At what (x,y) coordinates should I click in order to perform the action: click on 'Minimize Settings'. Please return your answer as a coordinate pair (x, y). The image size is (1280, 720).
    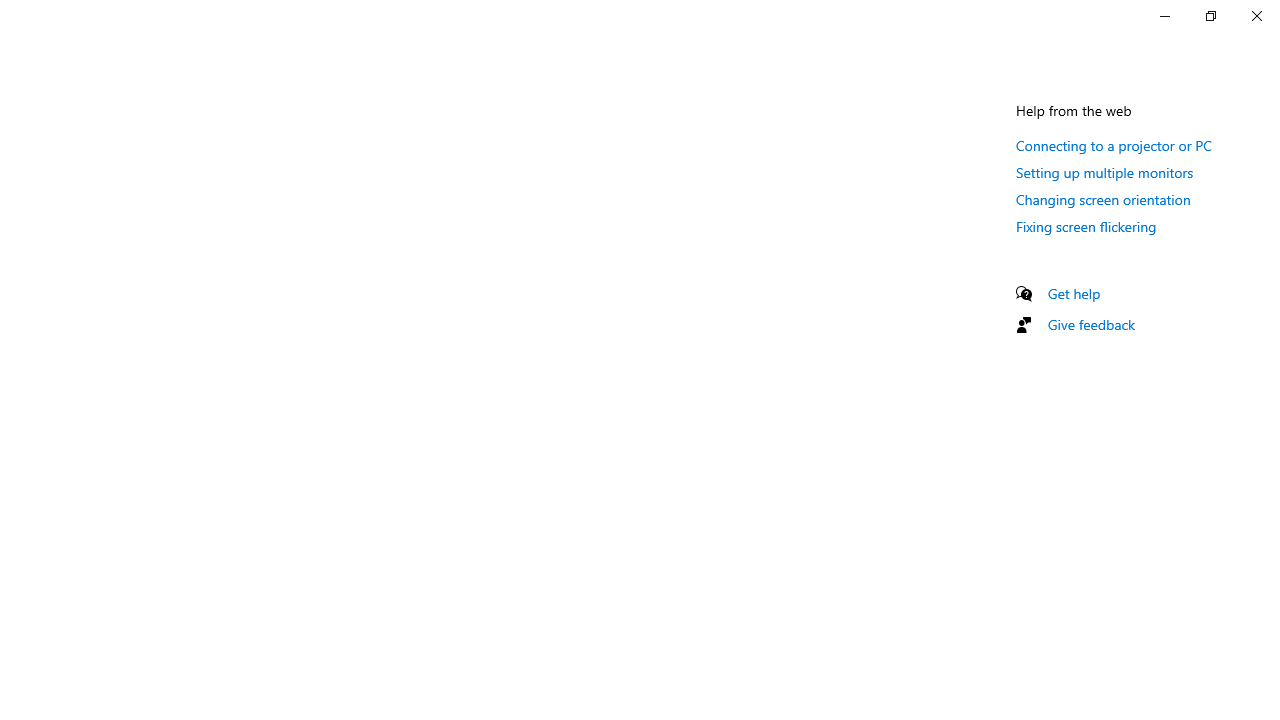
    Looking at the image, I should click on (1164, 15).